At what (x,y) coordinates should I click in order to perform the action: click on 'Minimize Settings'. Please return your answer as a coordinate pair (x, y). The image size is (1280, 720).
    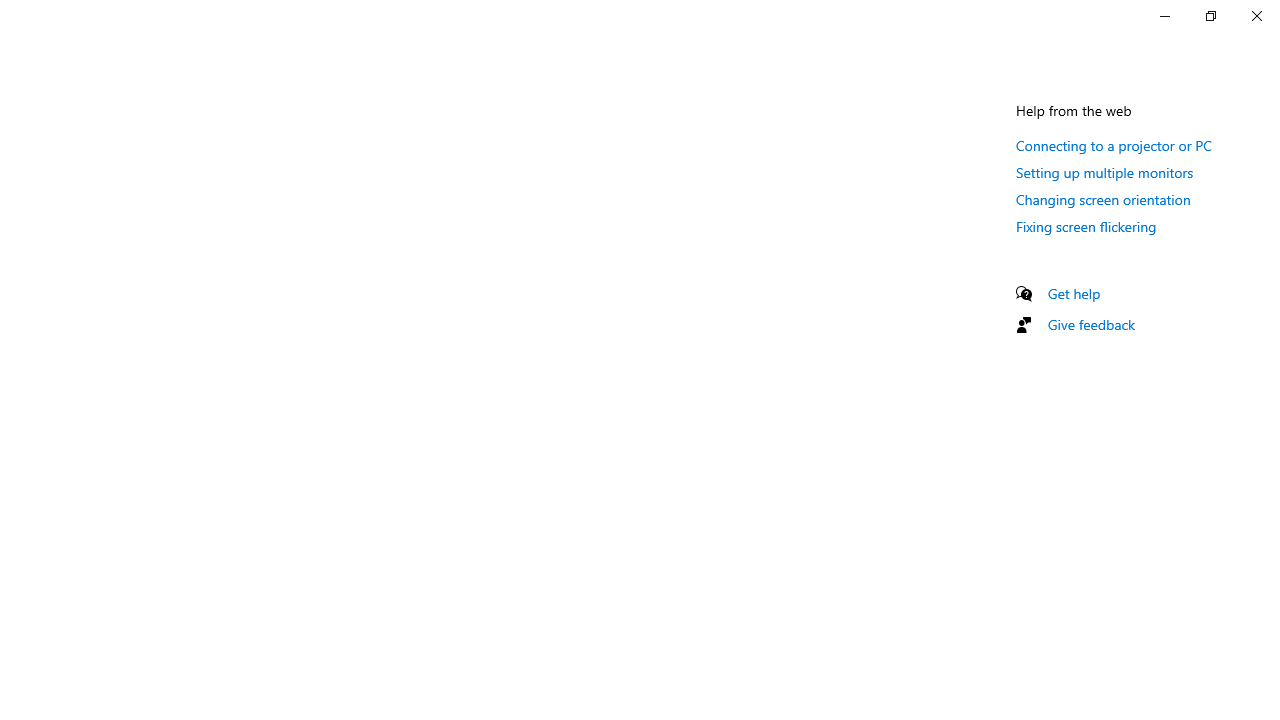
    Looking at the image, I should click on (1164, 15).